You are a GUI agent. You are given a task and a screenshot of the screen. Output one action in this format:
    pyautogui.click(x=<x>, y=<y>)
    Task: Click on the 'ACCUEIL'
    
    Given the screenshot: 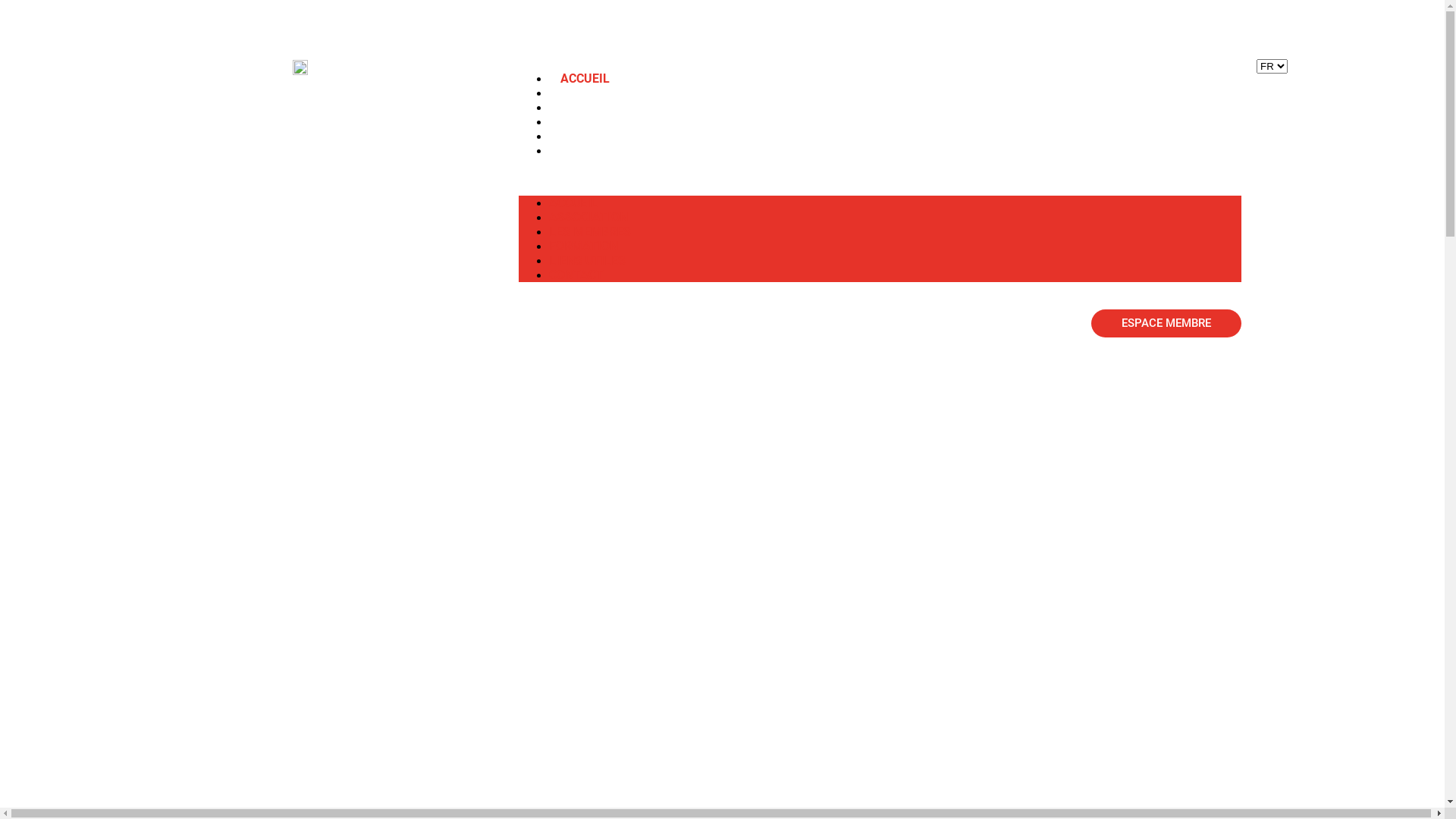 What is the action you would take?
    pyautogui.click(x=572, y=202)
    